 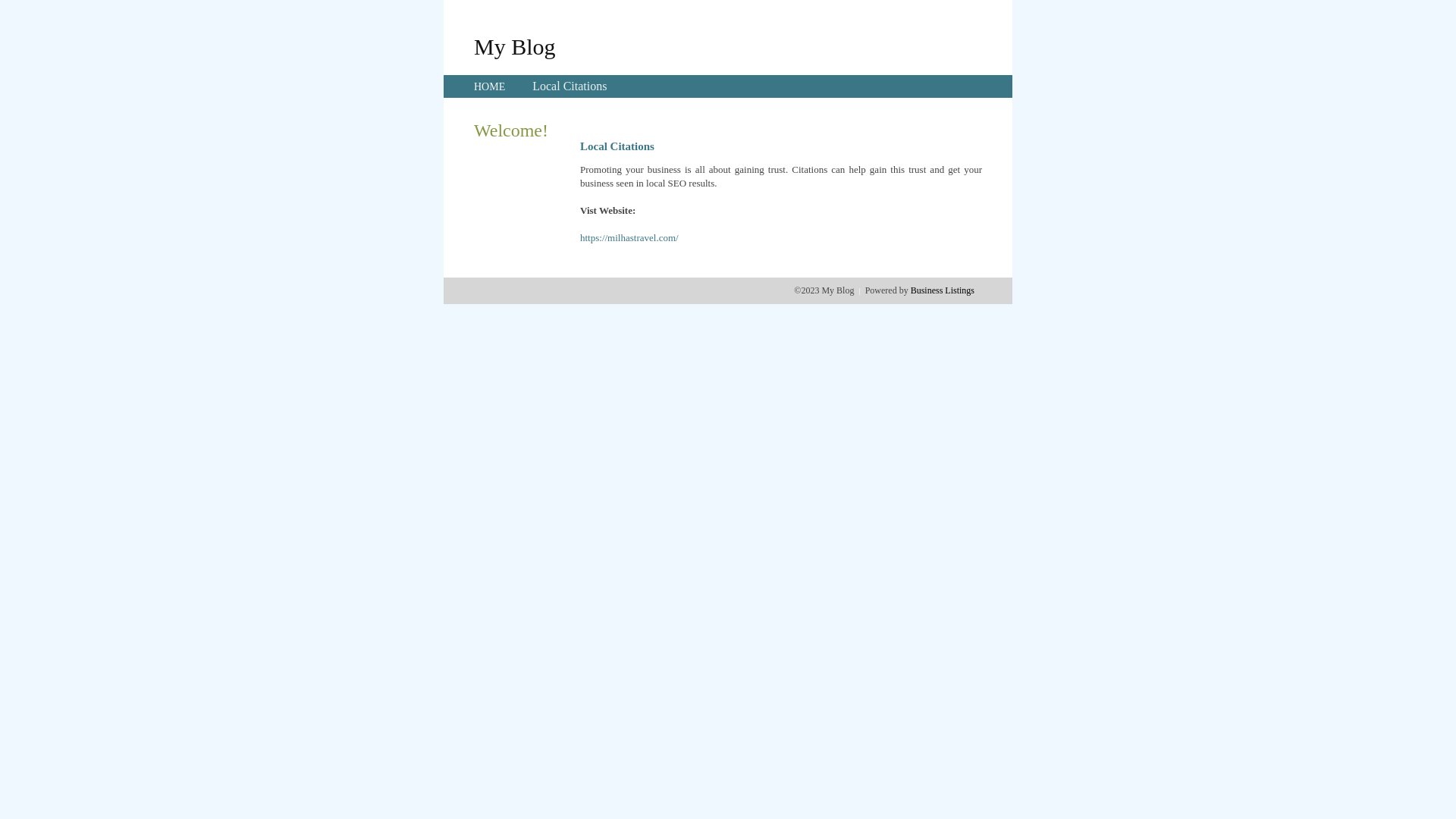 I want to click on 'https://milhastravel.com/', so click(x=629, y=237).